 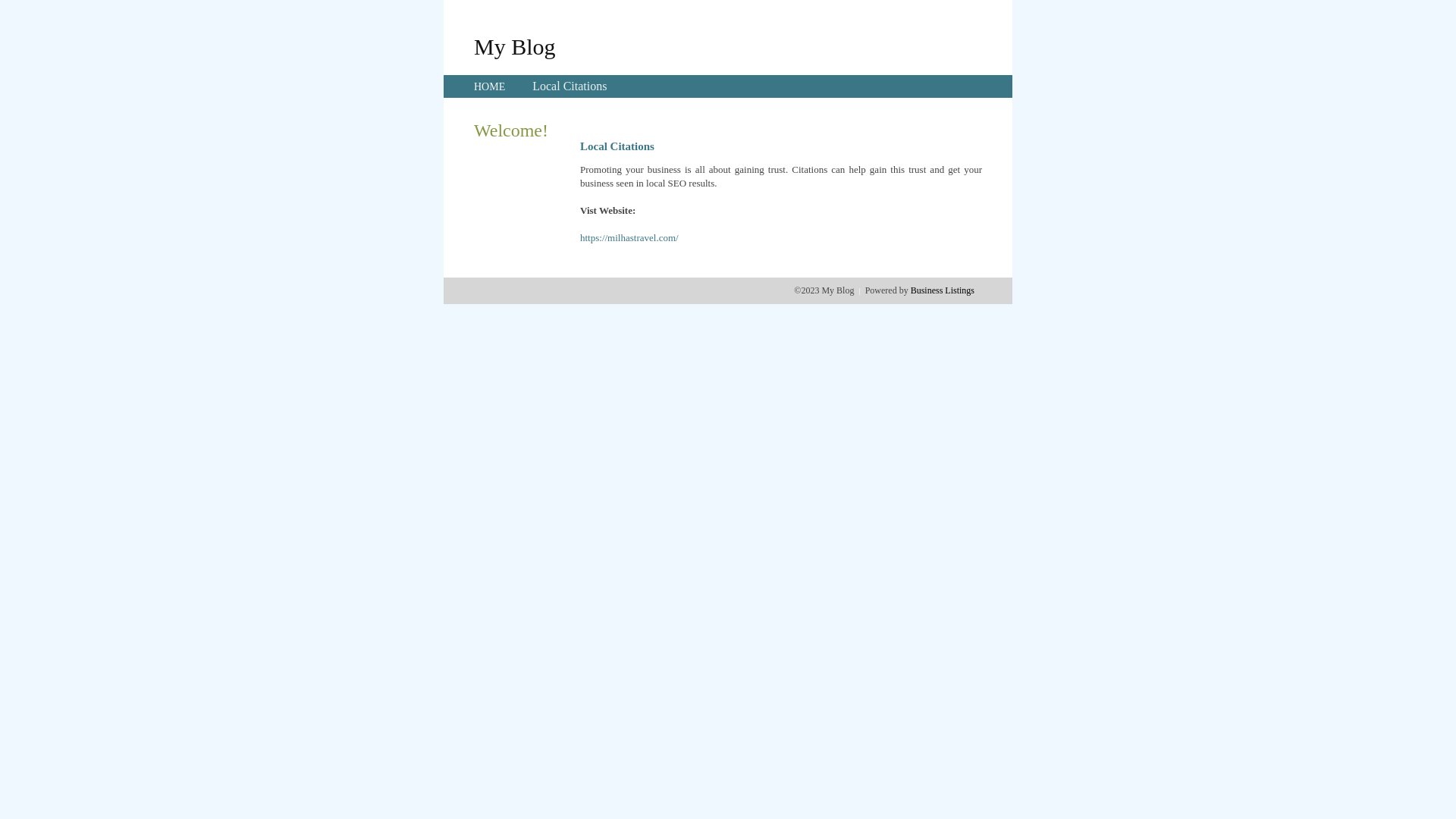 I want to click on 'https://milhastravel.com/', so click(x=629, y=237).